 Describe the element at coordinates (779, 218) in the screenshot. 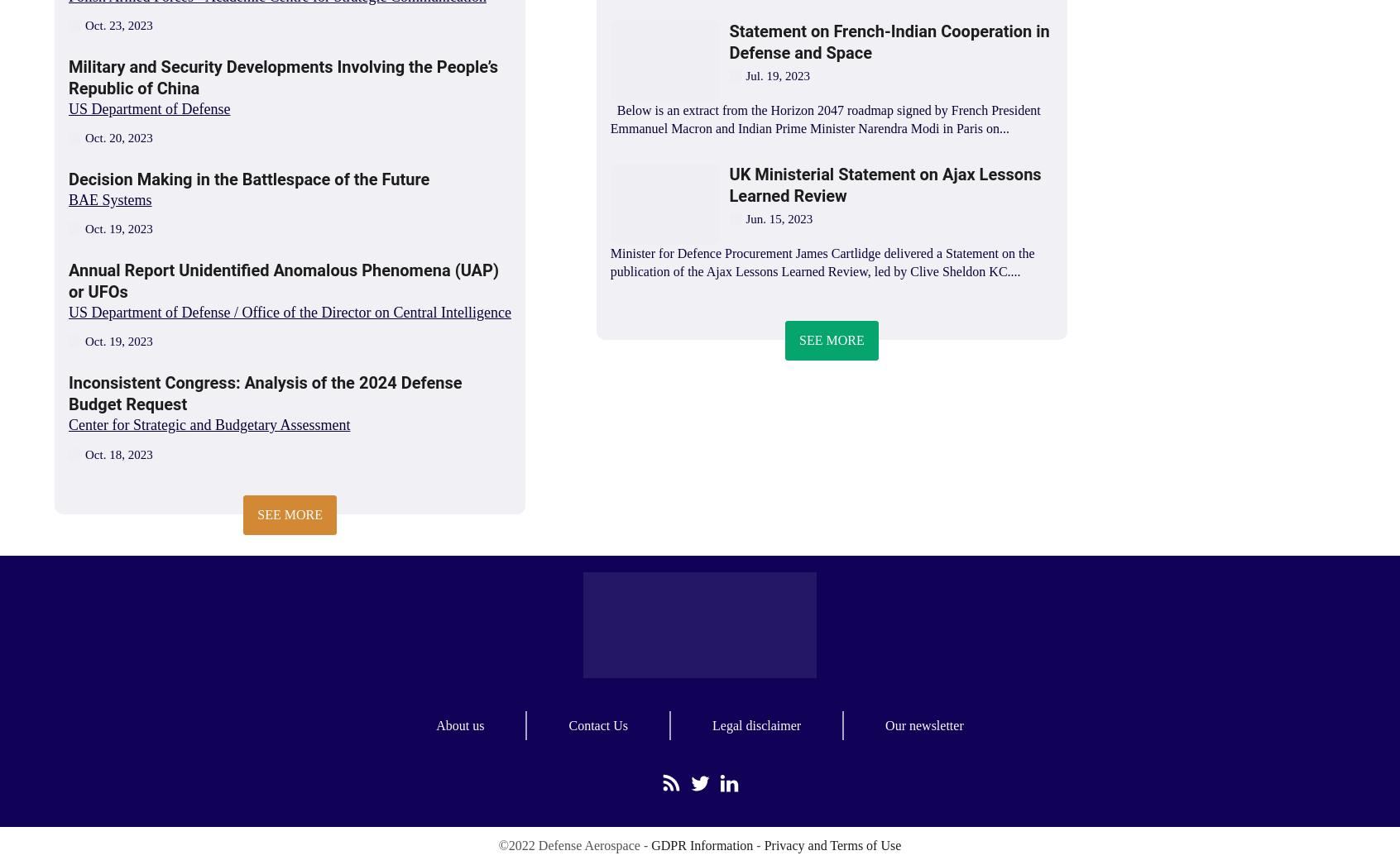

I see `'Jun. 15, 2023'` at that location.